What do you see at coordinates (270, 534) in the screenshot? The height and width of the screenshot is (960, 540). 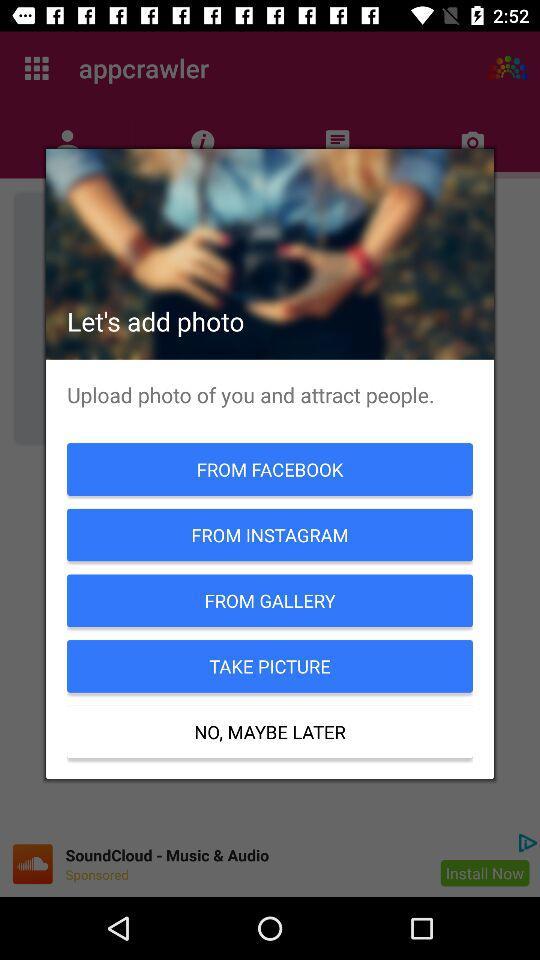 I see `the from instagram item` at bounding box center [270, 534].